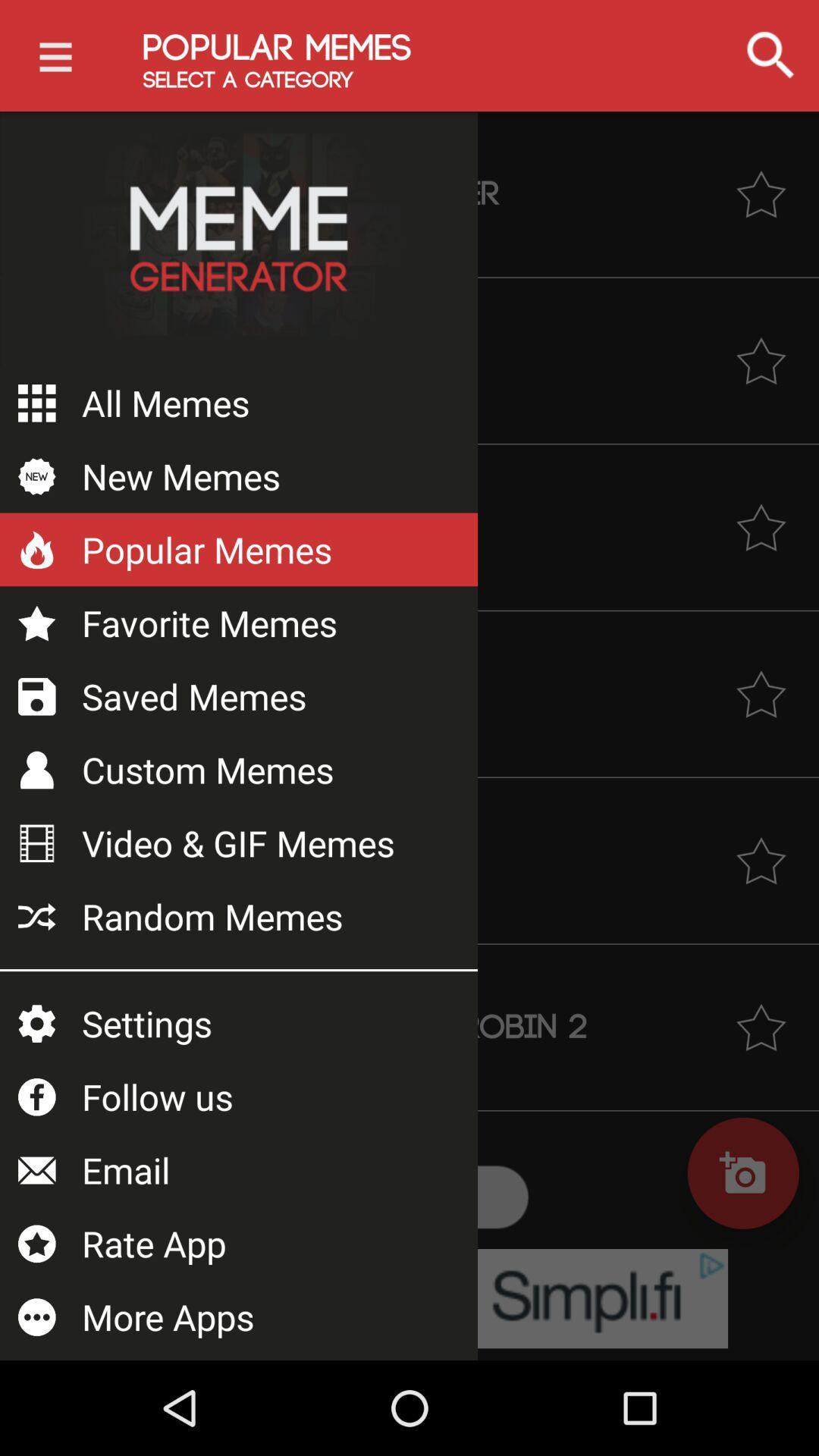 Image resolution: width=819 pixels, height=1456 pixels. Describe the element at coordinates (742, 1172) in the screenshot. I see `the photo icon` at that location.